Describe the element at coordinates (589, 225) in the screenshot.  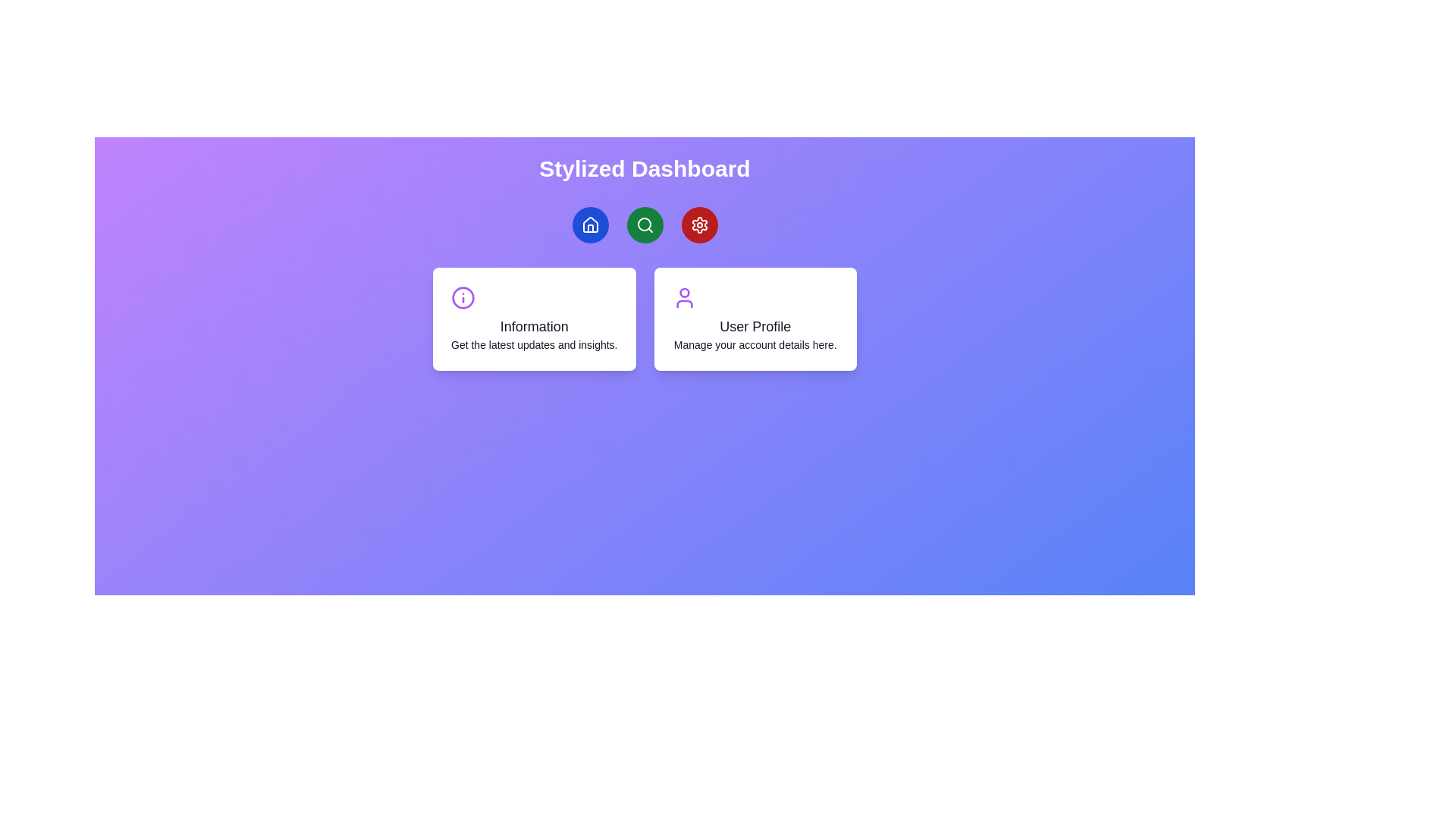
I see `the house-shaped icon inside the blue circular button, which is the first icon from the left in a horizontal row located below the 'Stylized Dashboard' heading` at that location.